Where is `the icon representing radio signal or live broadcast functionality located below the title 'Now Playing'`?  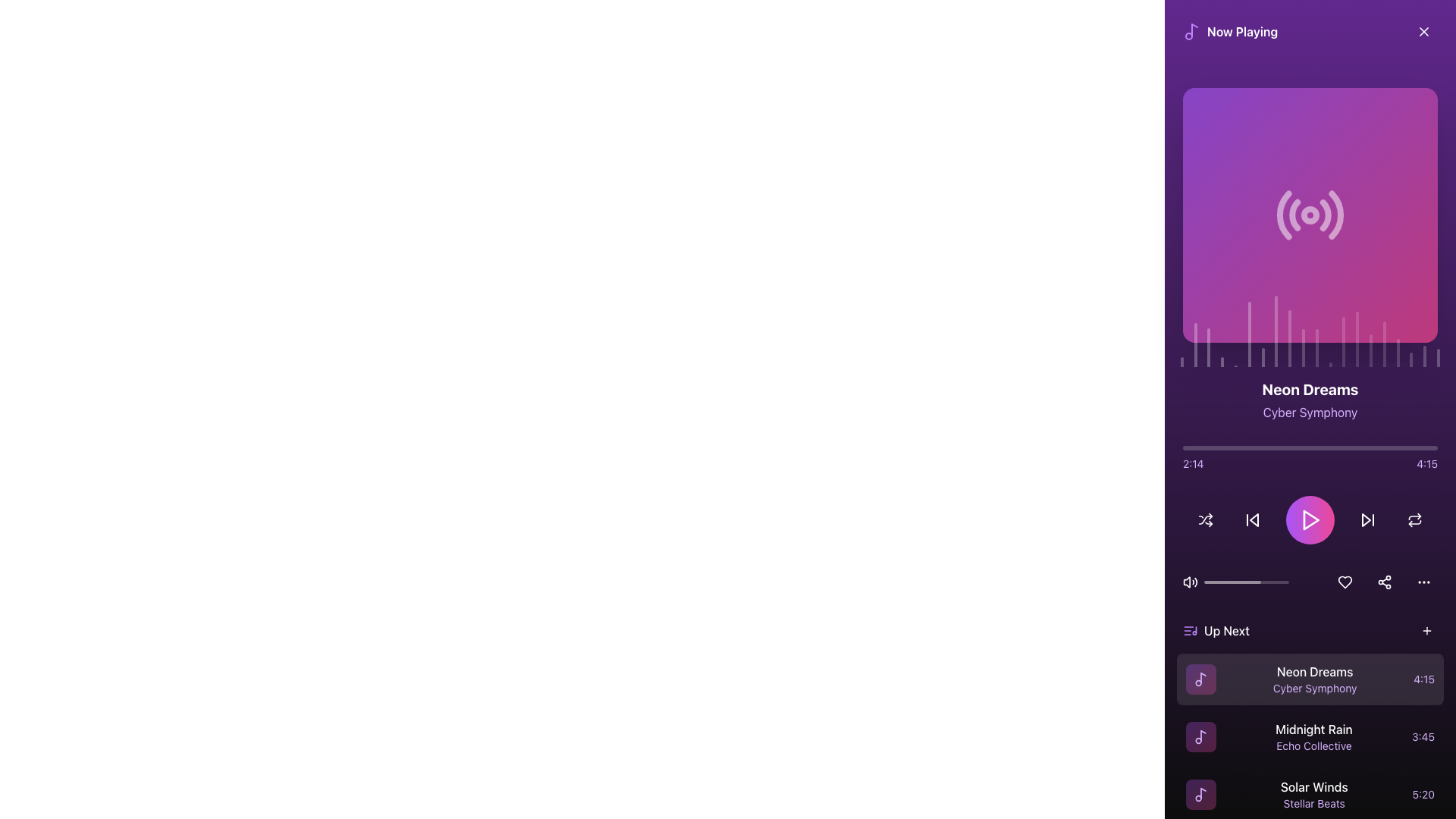
the icon representing radio signal or live broadcast functionality located below the title 'Now Playing' is located at coordinates (1310, 215).